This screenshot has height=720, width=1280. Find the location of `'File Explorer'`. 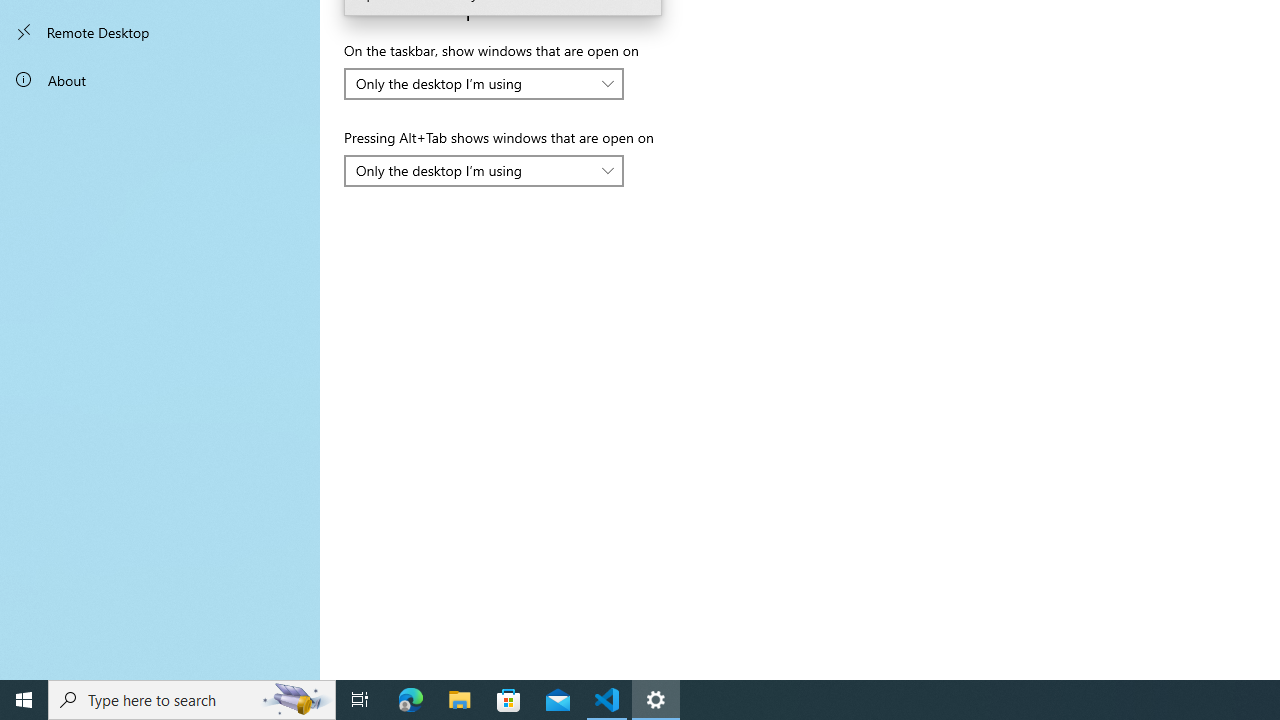

'File Explorer' is located at coordinates (459, 698).